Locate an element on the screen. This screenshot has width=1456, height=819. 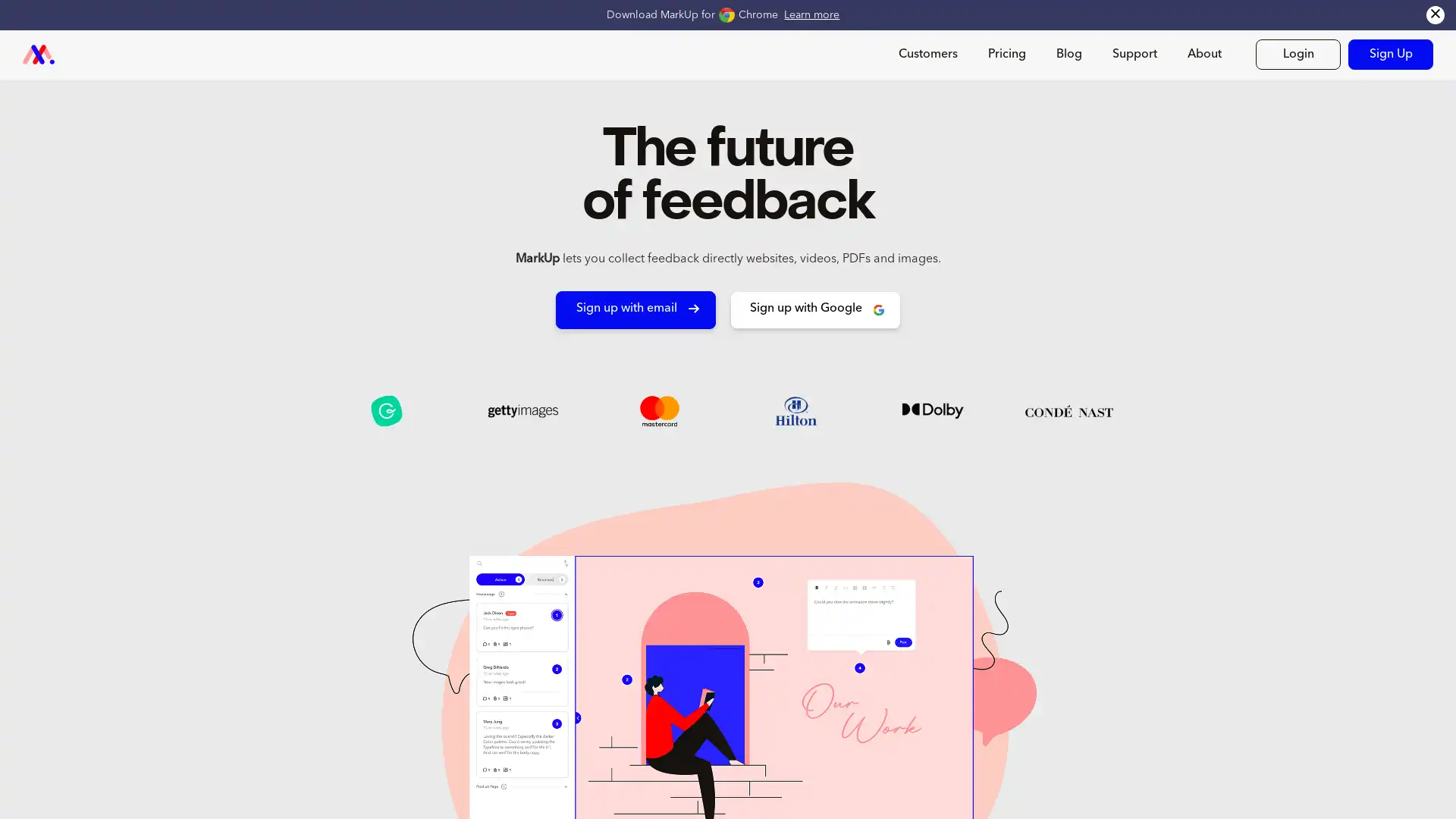
Close is located at coordinates (1433, 14).